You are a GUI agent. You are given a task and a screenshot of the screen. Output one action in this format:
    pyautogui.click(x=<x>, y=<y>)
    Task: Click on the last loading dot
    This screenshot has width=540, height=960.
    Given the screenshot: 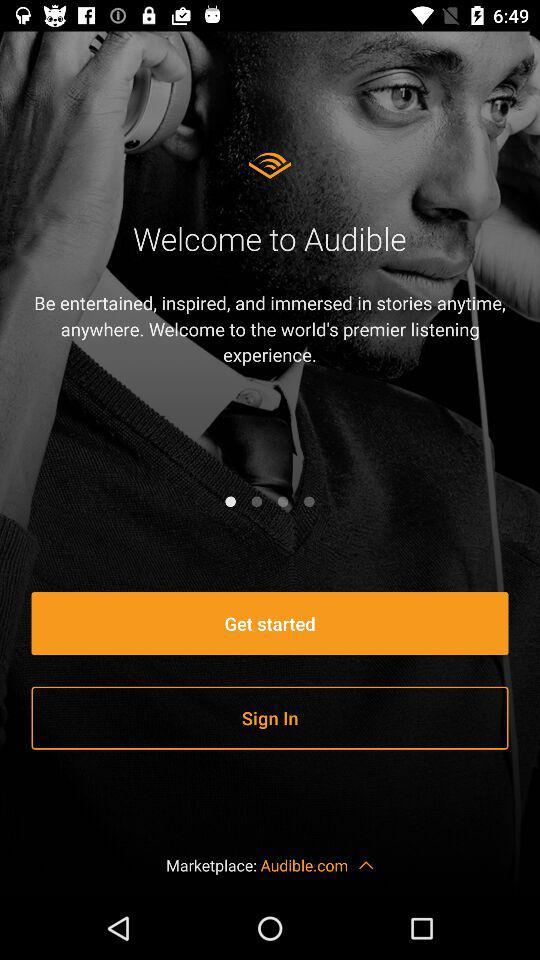 What is the action you would take?
    pyautogui.click(x=309, y=500)
    